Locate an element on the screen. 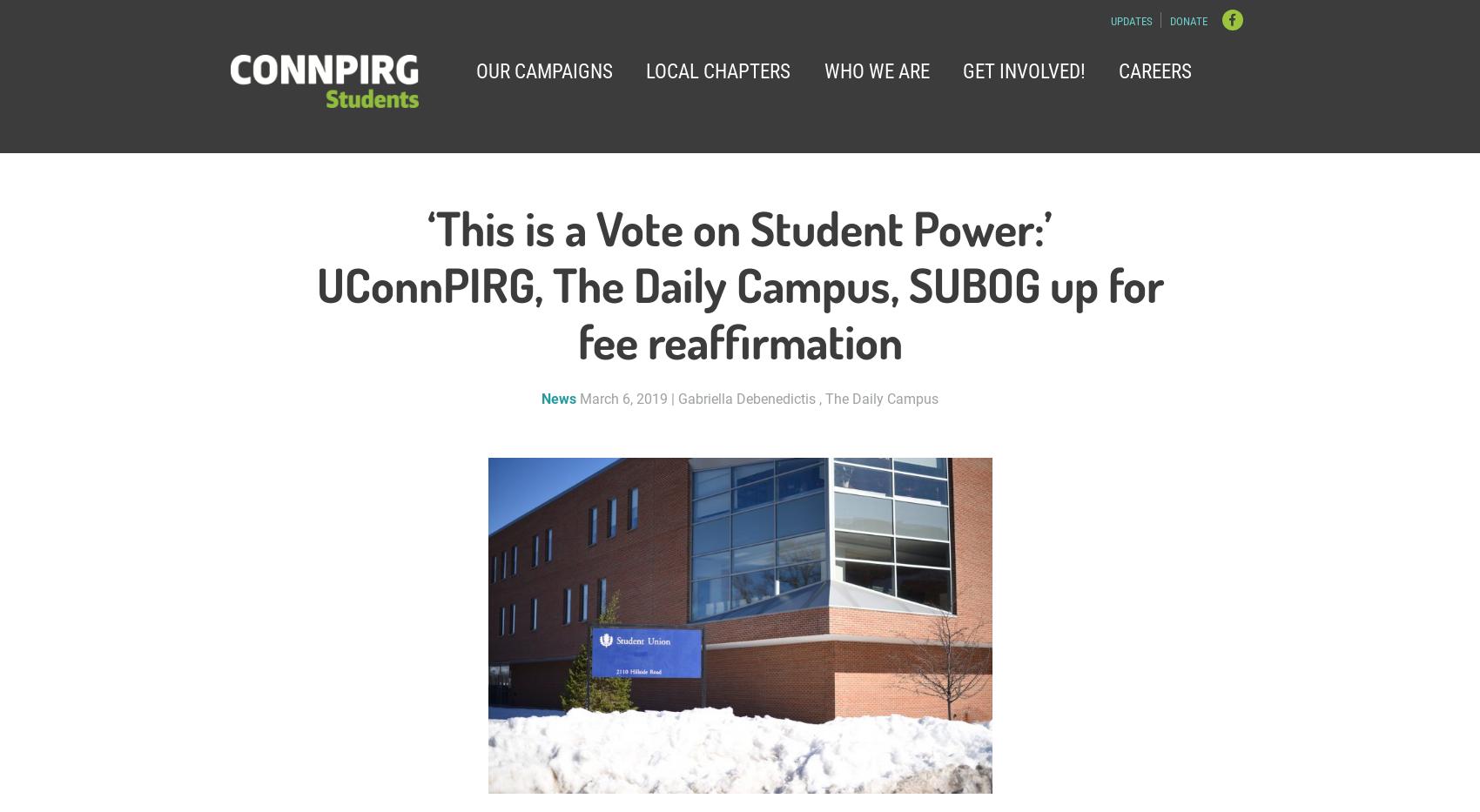  'Our Campaigns' is located at coordinates (543, 70).